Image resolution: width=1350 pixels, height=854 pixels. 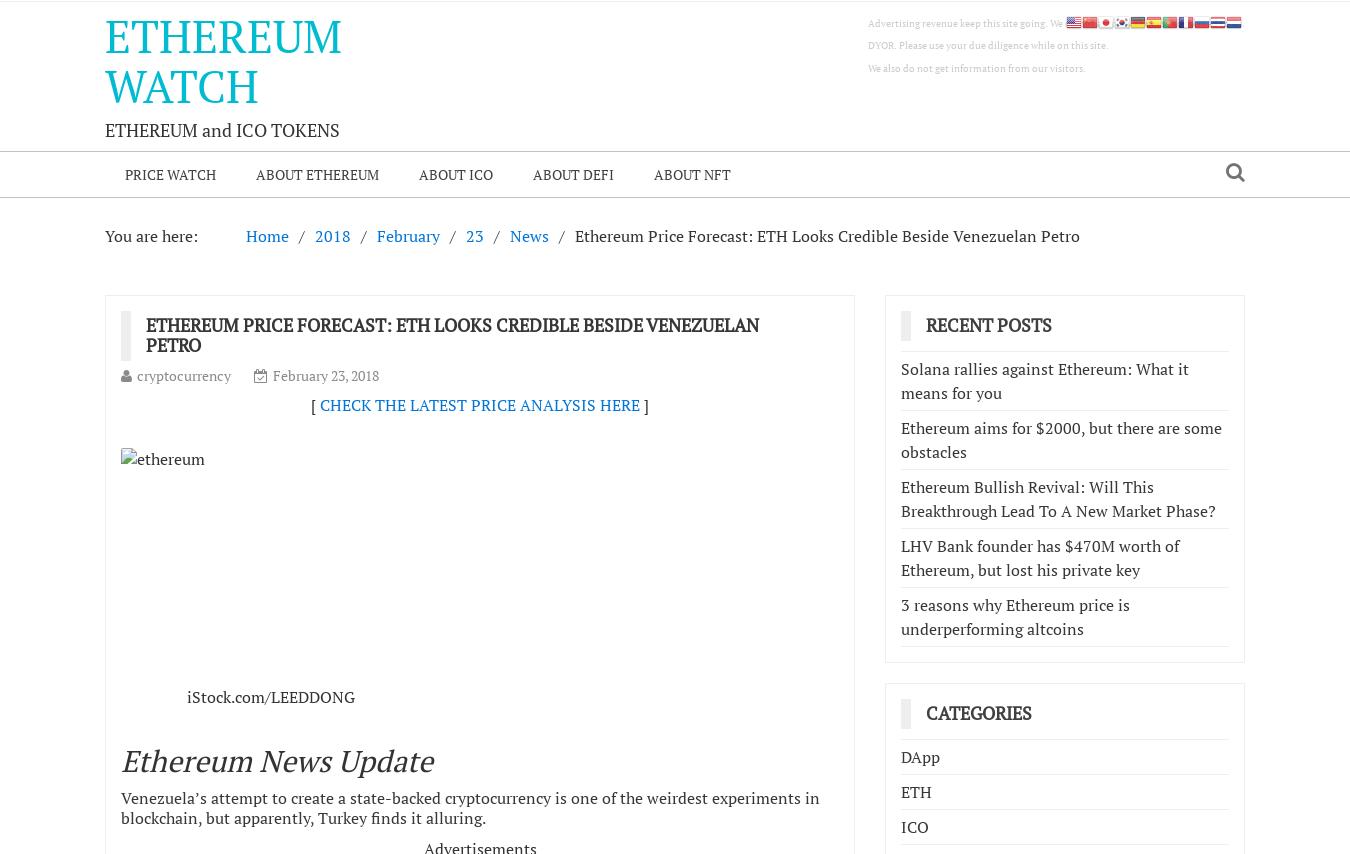 I want to click on '23', so click(x=474, y=235).